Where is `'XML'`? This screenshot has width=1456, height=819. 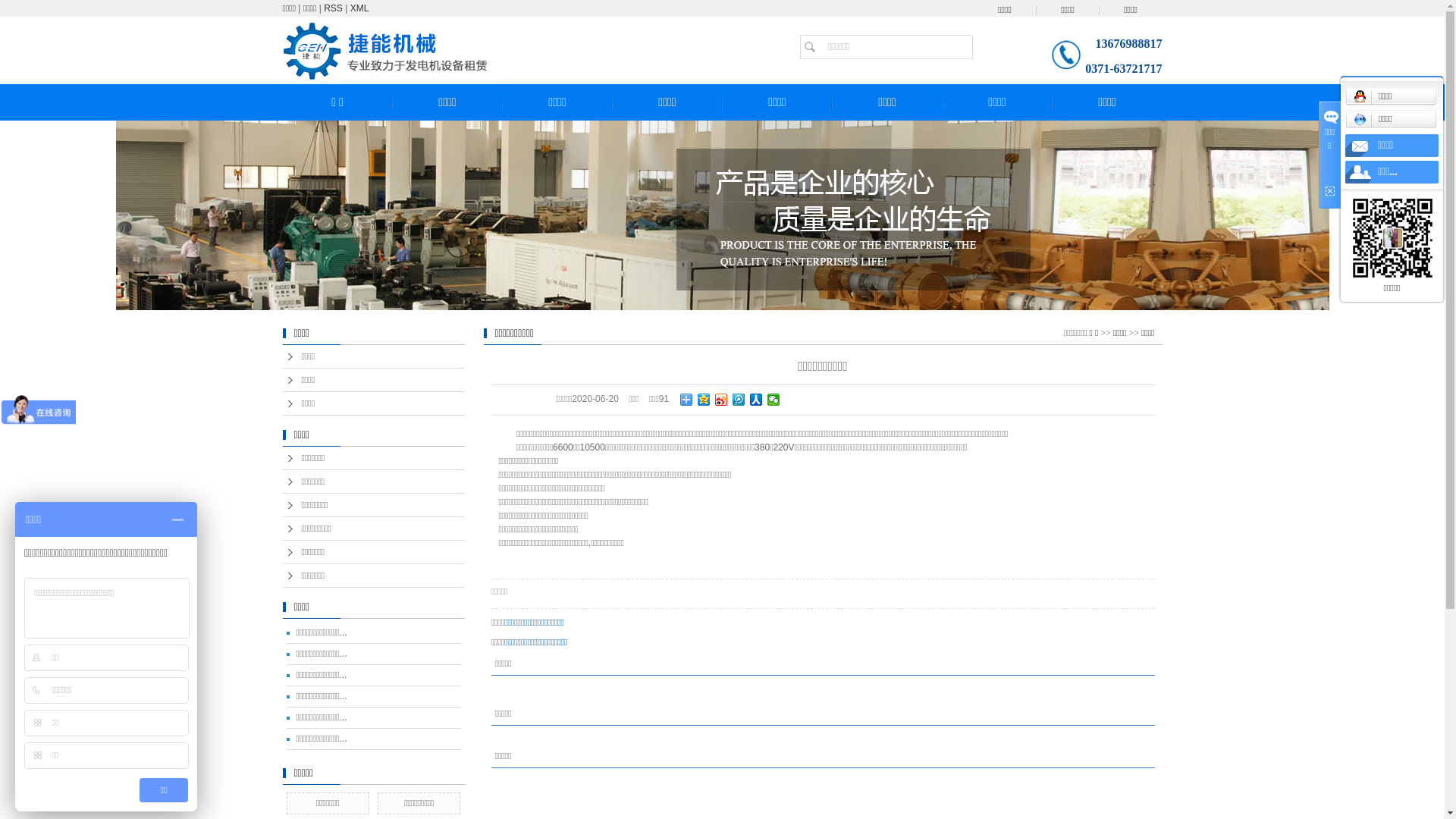
'XML' is located at coordinates (359, 8).